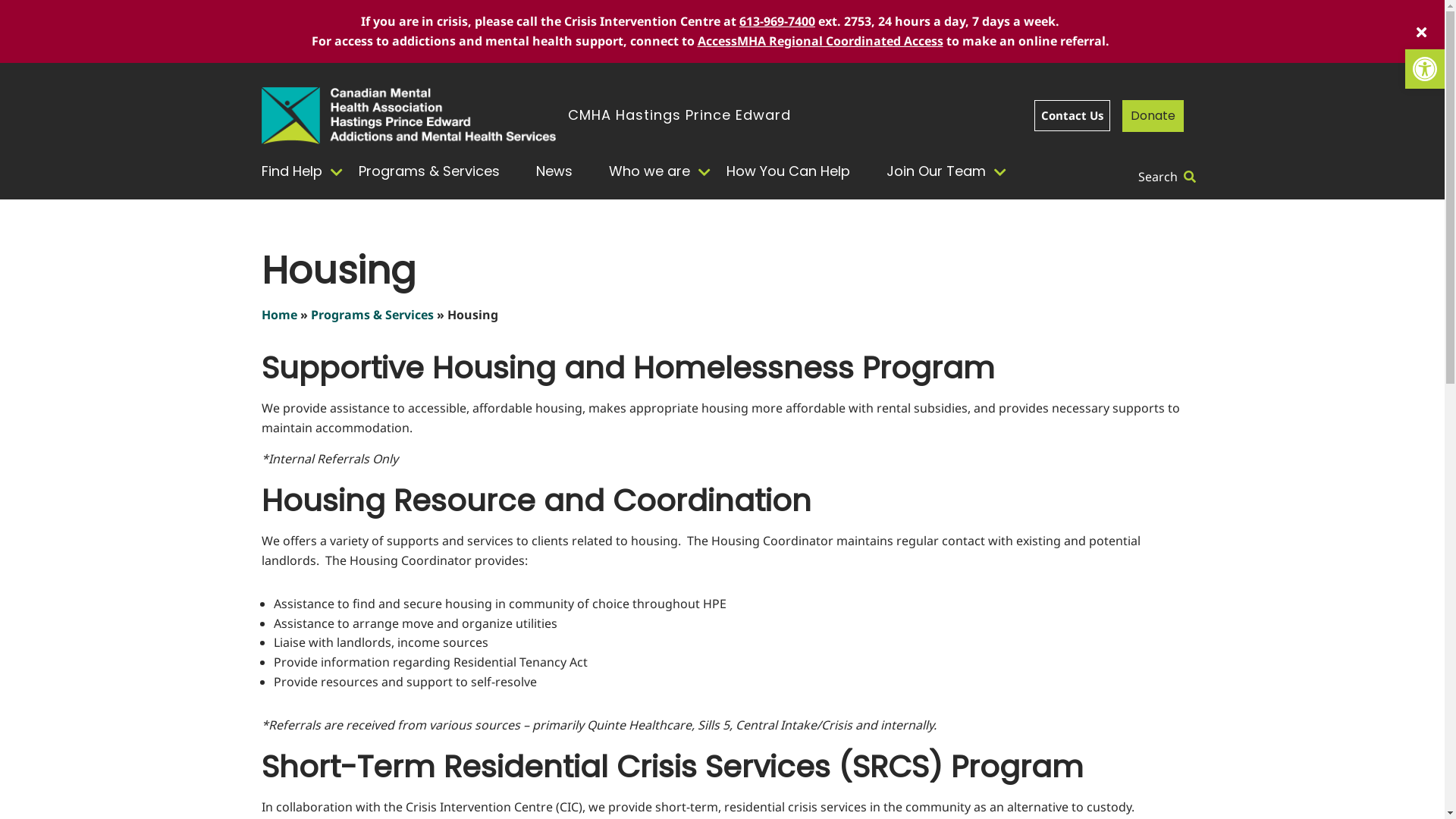 The height and width of the screenshot is (819, 1456). What do you see at coordinates (278, 314) in the screenshot?
I see `'Home'` at bounding box center [278, 314].